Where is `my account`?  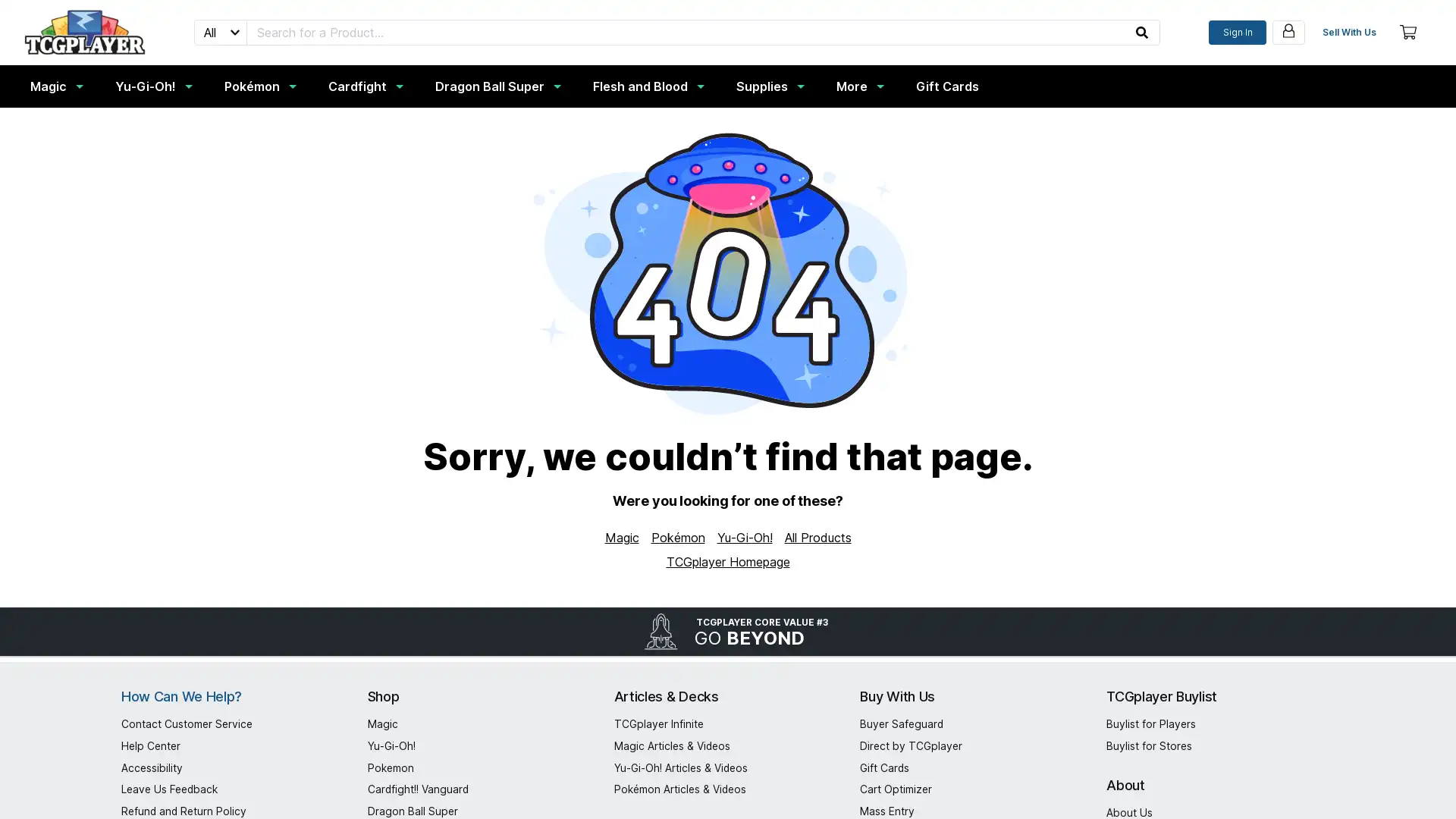 my account is located at coordinates (1288, 32).